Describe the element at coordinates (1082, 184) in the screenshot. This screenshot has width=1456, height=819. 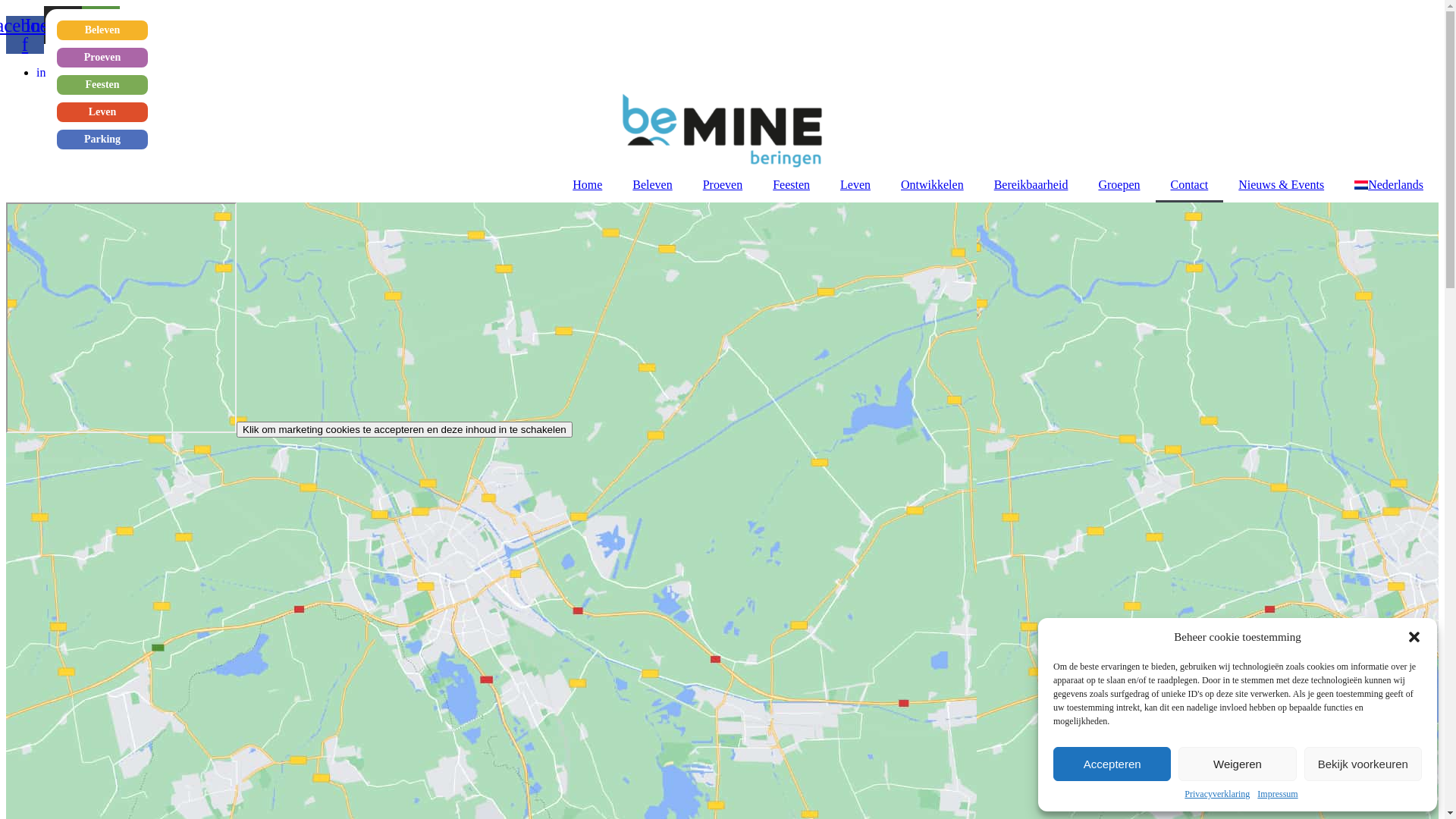
I see `'Groepen'` at that location.